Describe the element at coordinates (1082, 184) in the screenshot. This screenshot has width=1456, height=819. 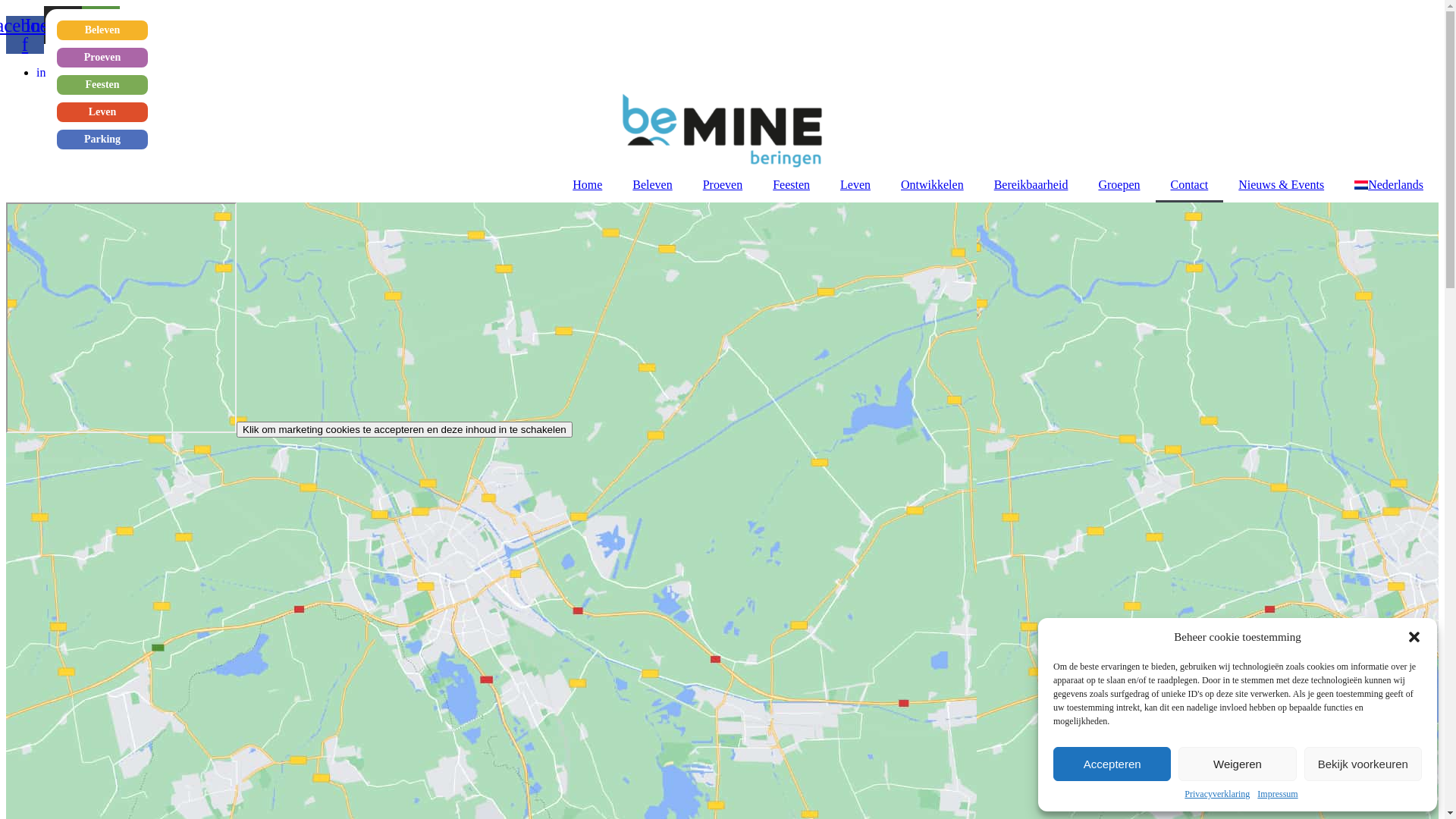
I see `'Groepen'` at that location.